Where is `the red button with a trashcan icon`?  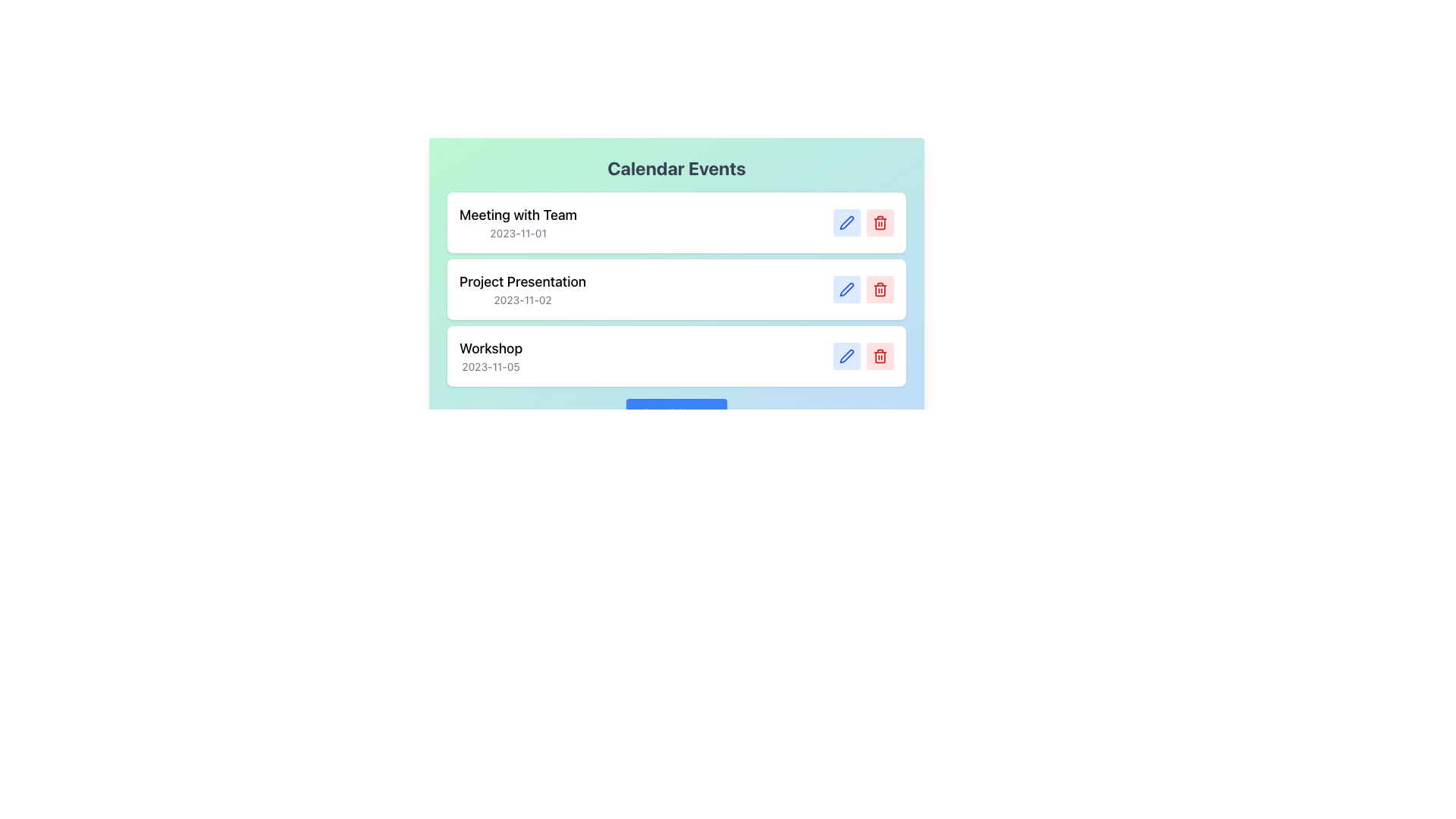 the red button with a trashcan icon is located at coordinates (880, 222).